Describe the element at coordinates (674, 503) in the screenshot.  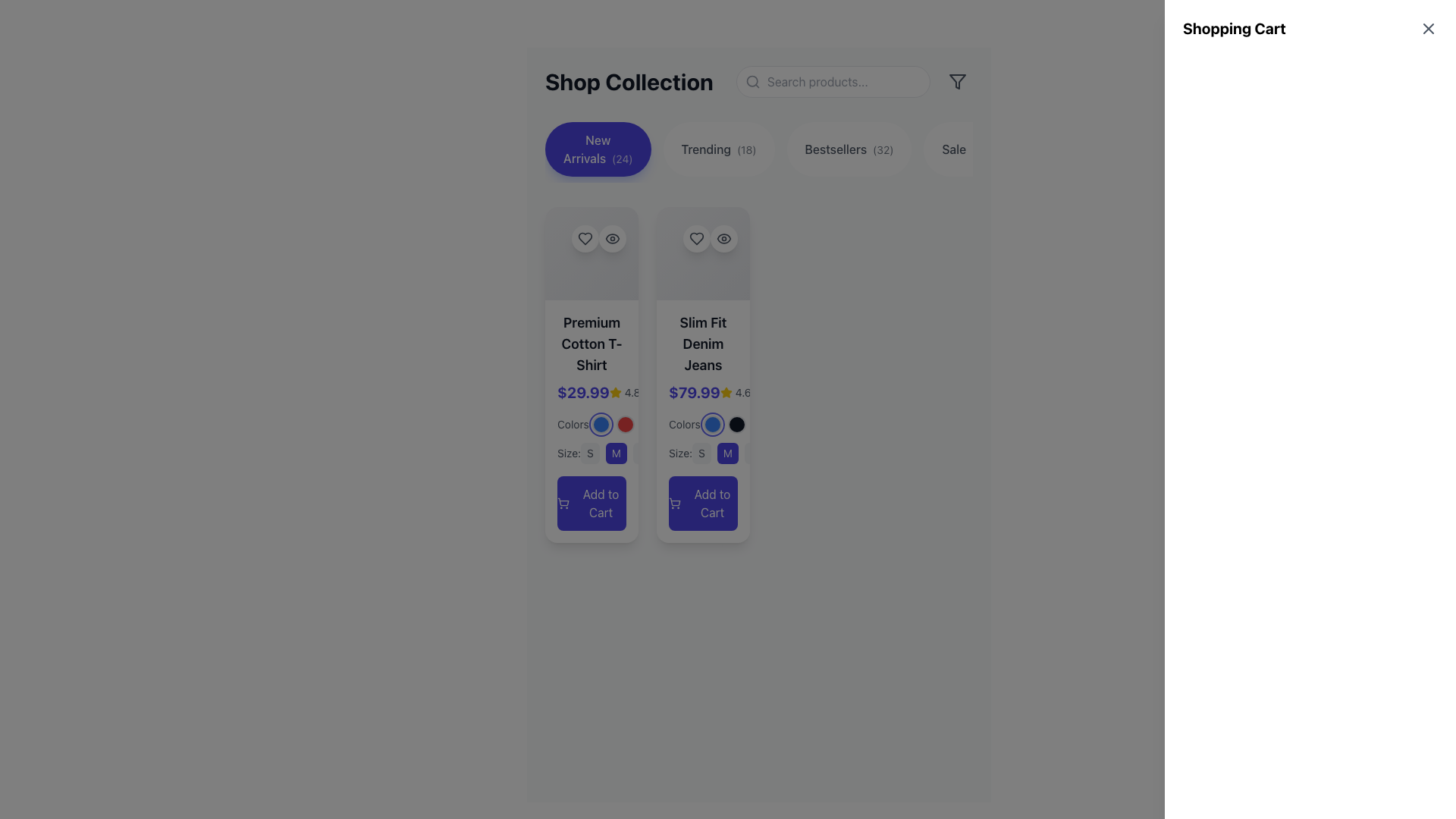
I see `the small shopping cart icon located on the left edge of the 'Add to Cart' button for the product 'Slim Fit Denim Jeans'` at that location.